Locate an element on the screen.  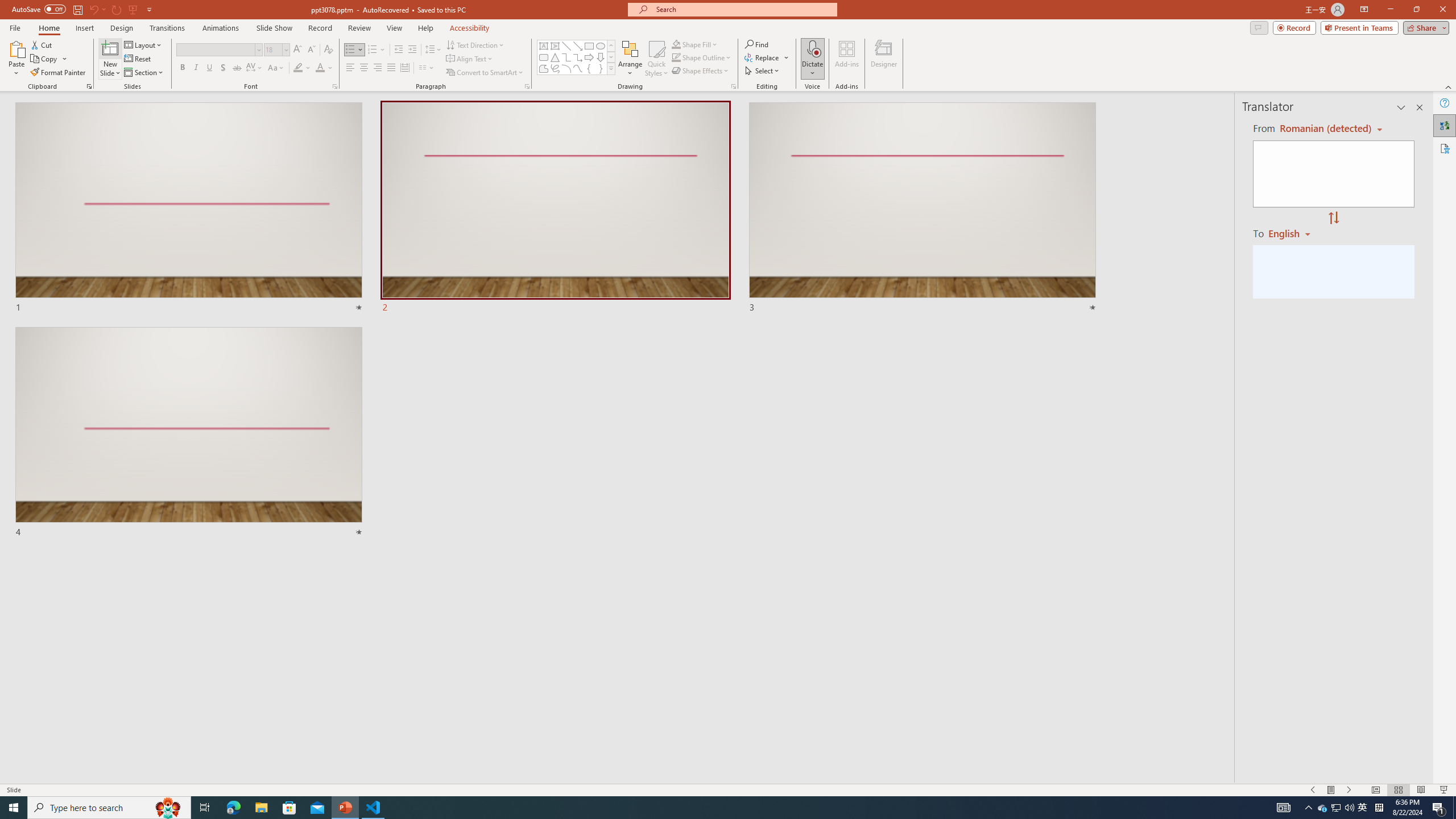
'Decrease Font Size' is located at coordinates (311, 49).